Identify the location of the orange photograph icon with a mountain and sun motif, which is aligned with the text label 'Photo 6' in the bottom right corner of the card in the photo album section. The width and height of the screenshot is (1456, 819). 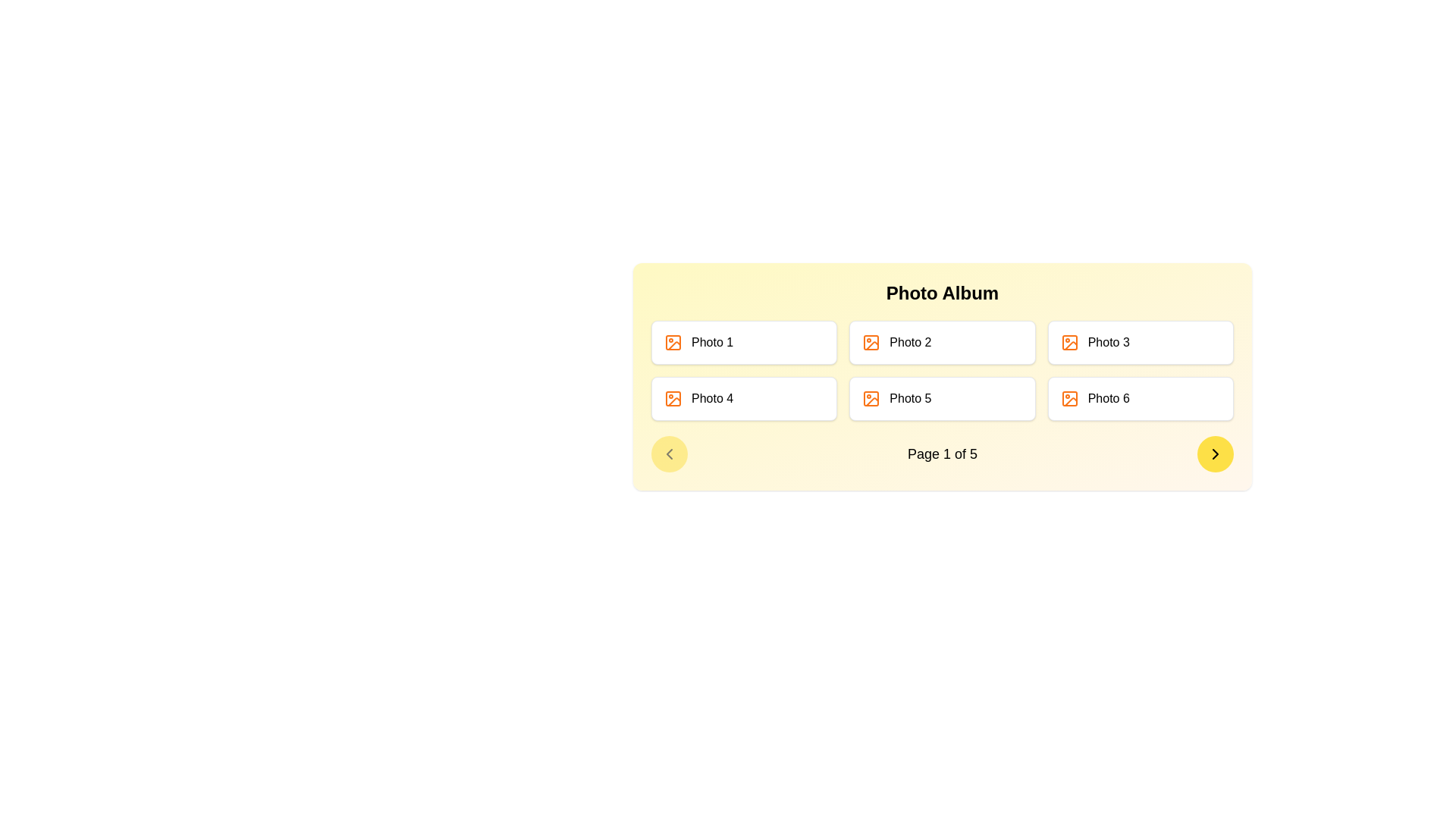
(1068, 397).